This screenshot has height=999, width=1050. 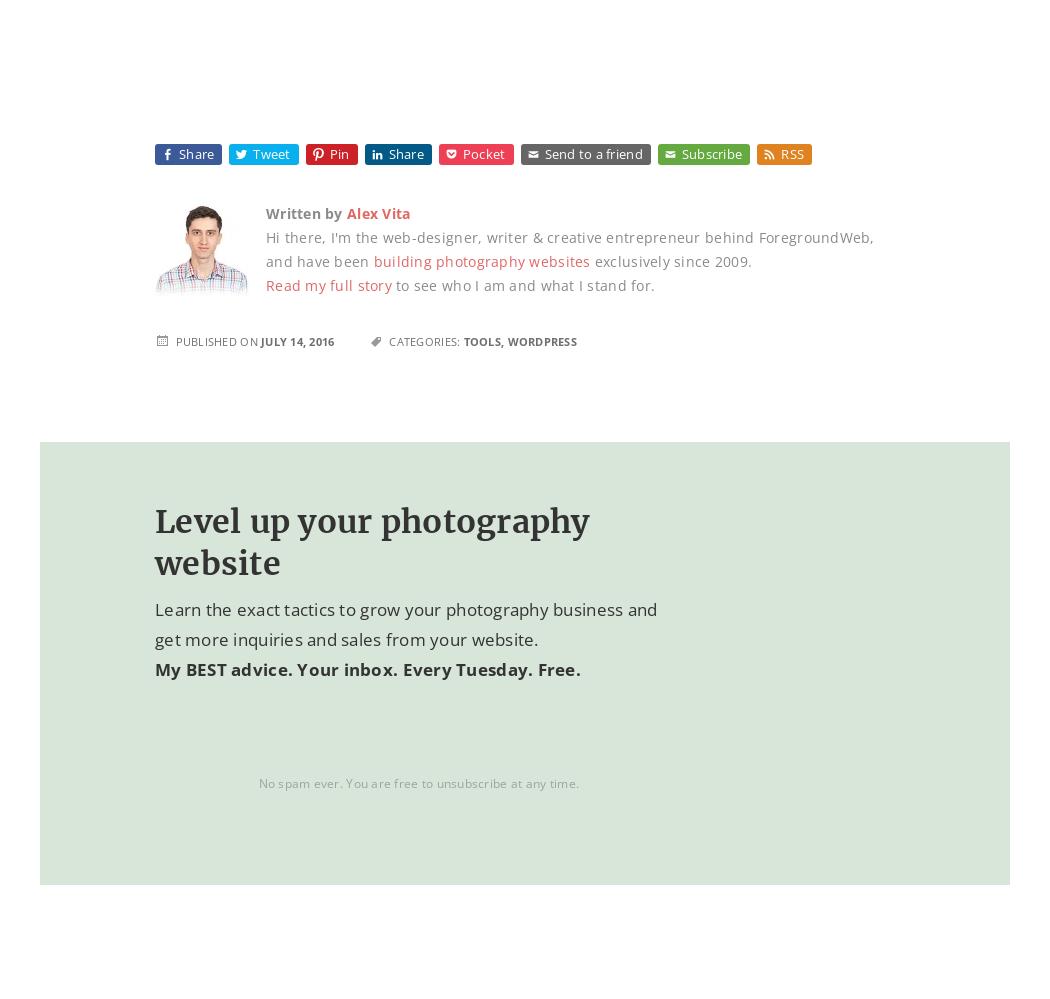 I want to click on 'Pocket', so click(x=483, y=154).